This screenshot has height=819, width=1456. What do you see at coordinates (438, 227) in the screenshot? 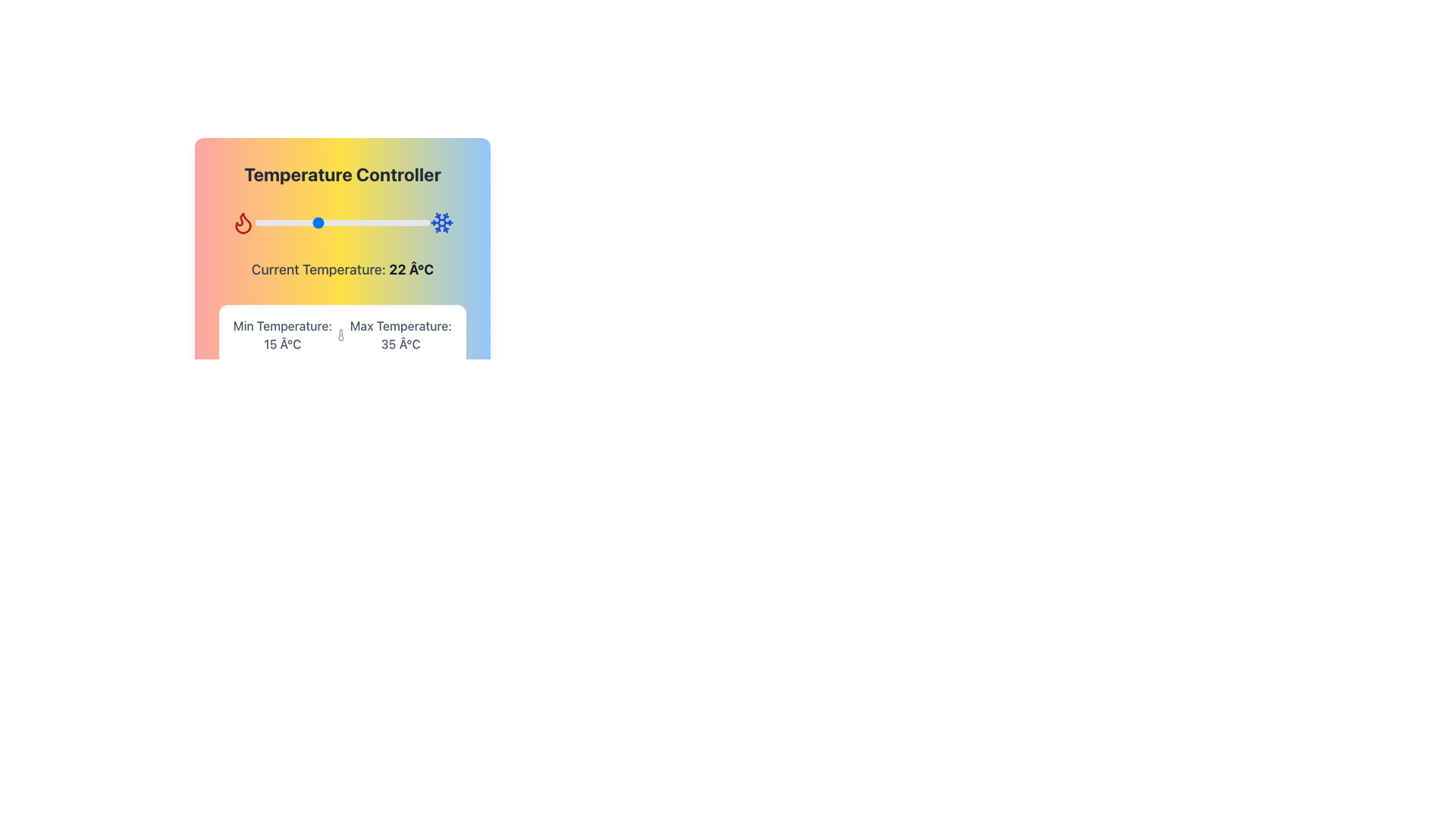
I see `the snowflake icon representing cooling in the temperature control widget located at the top right corner` at bounding box center [438, 227].